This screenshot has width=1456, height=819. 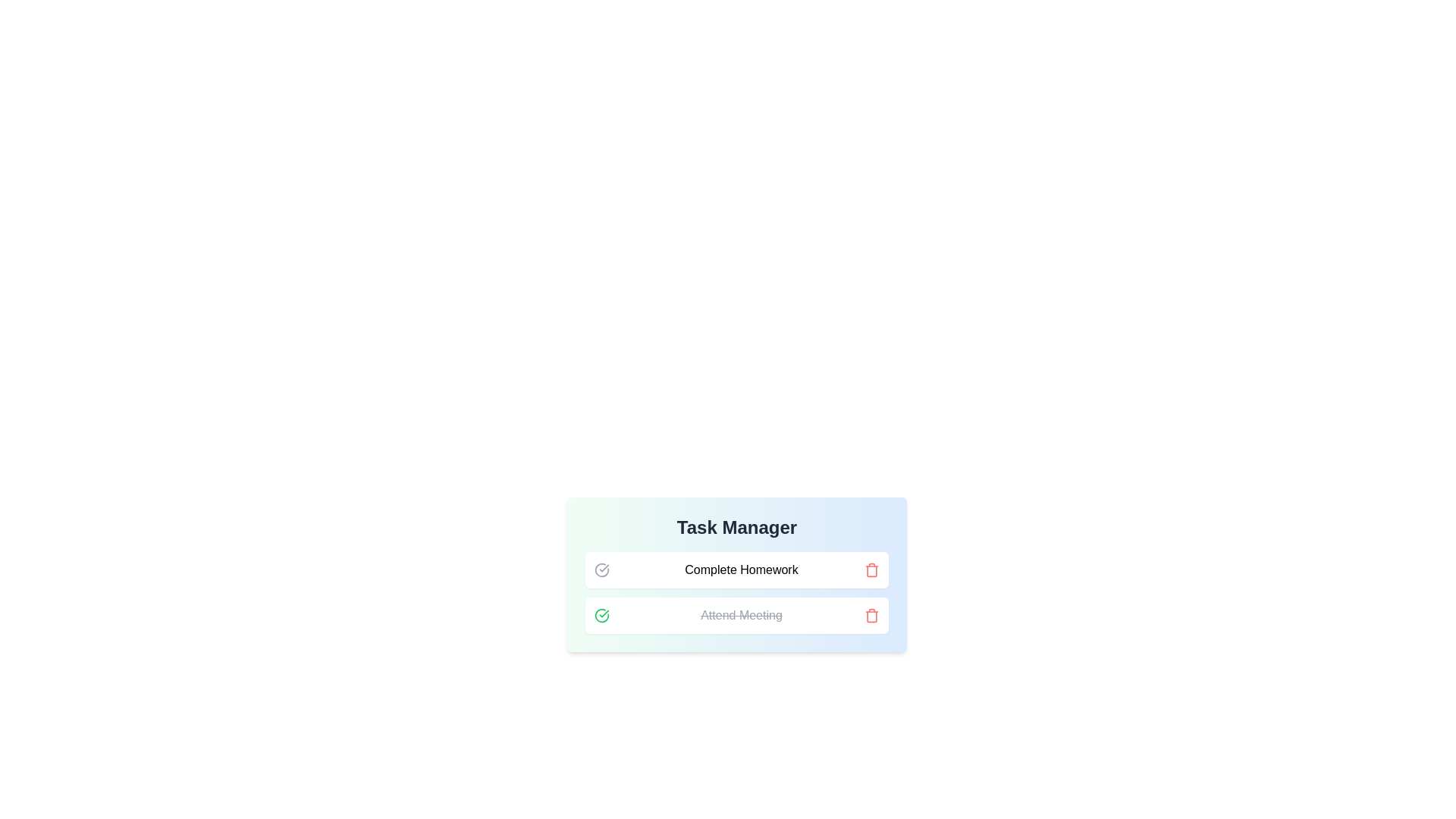 I want to click on the trash icon to delete the task Attend Meeting, so click(x=872, y=616).